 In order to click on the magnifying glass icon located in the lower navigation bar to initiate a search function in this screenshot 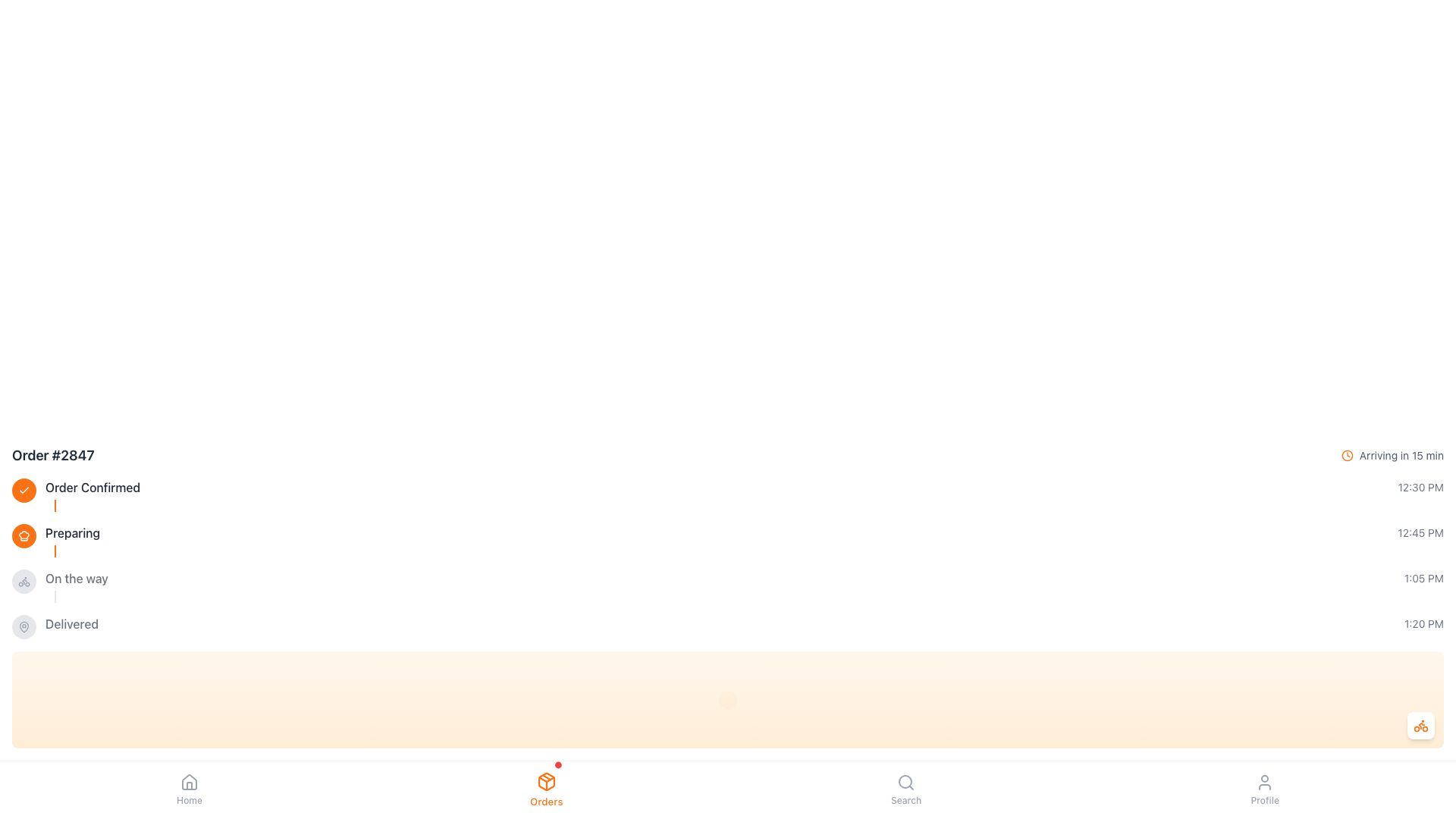, I will do `click(906, 783)`.